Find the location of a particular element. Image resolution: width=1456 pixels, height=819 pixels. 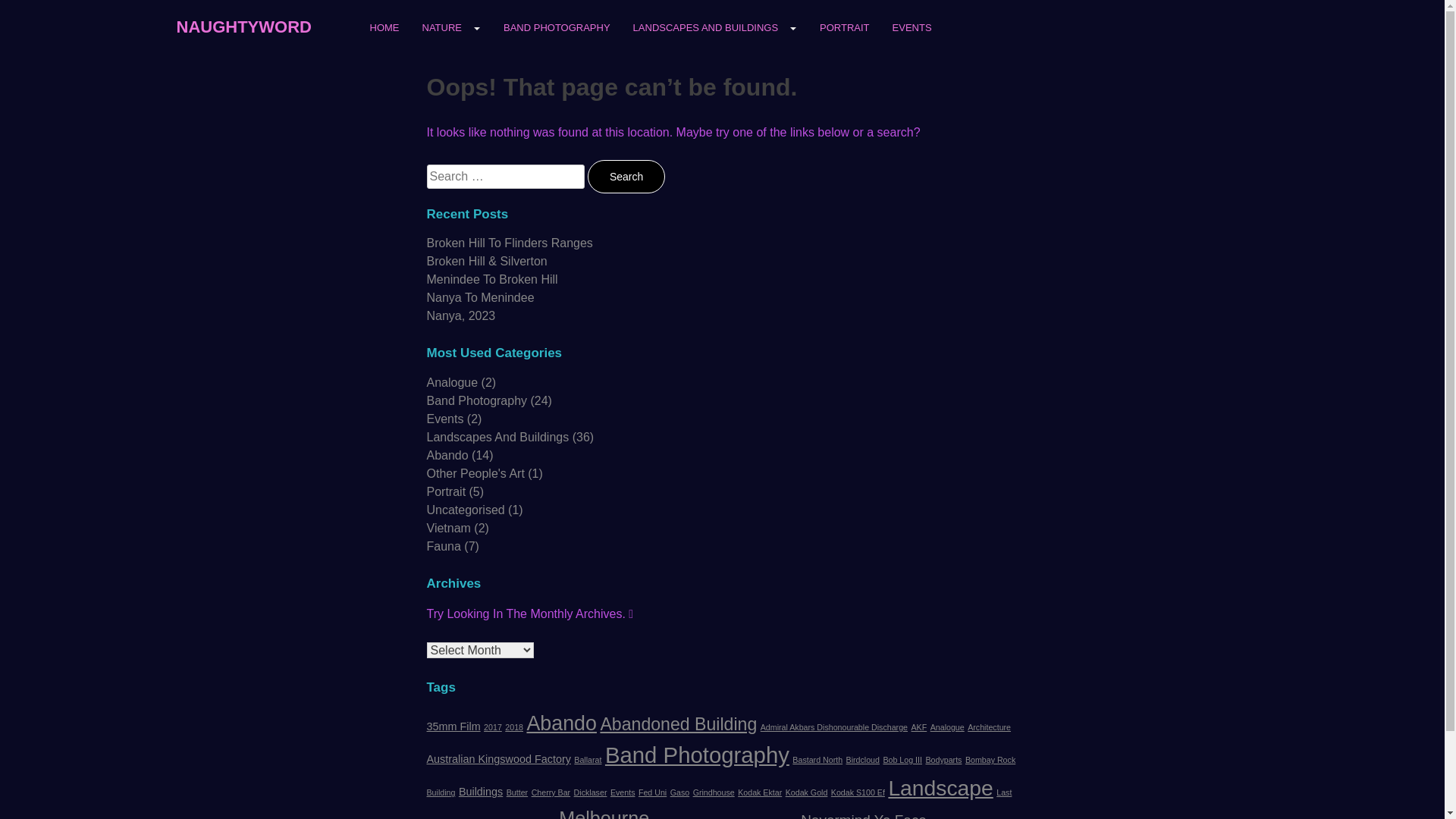

'Architecture' is located at coordinates (989, 726).